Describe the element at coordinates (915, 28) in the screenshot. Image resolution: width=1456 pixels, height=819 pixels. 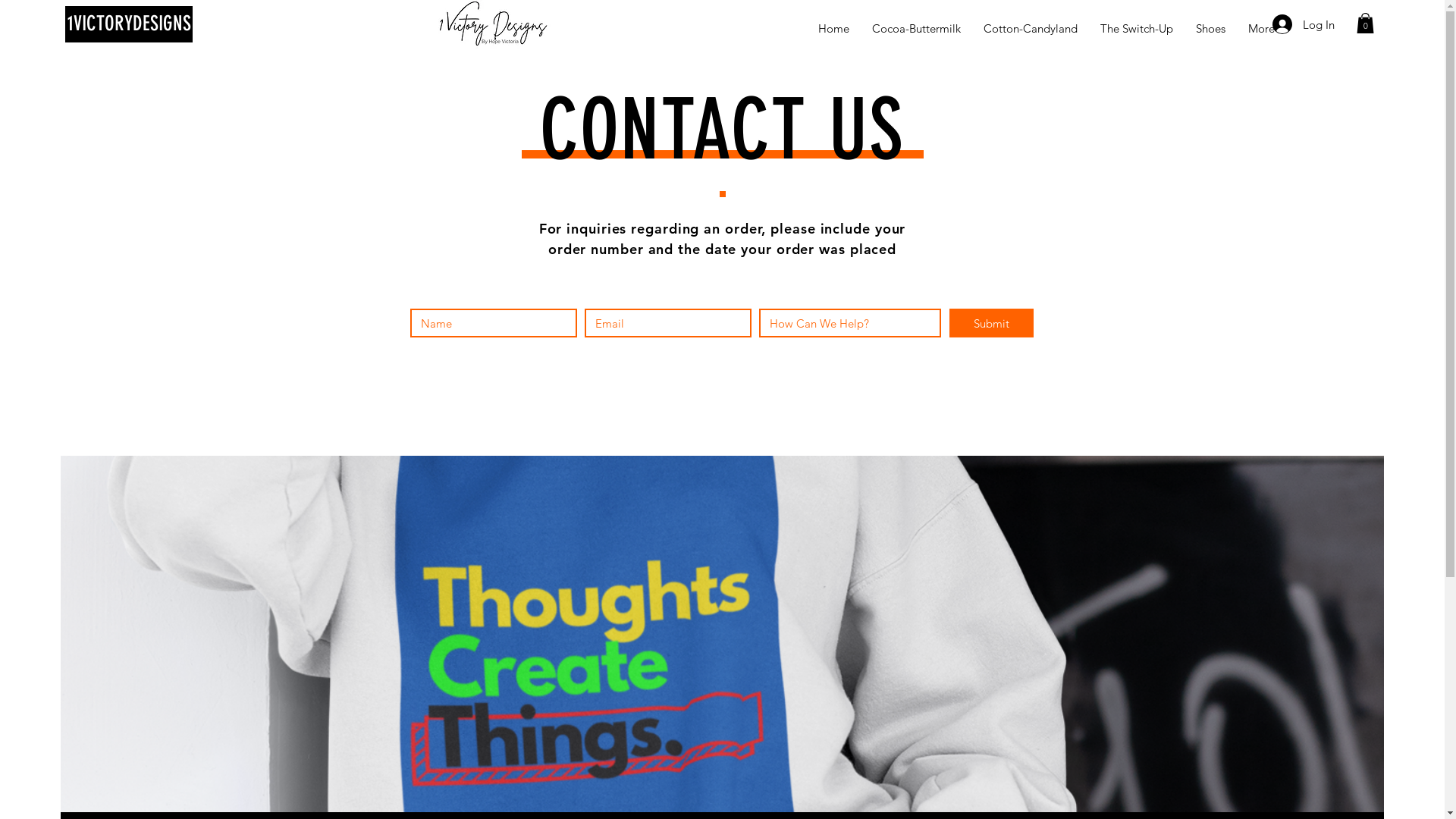
I see `'Cocoa-Buttermilk'` at that location.